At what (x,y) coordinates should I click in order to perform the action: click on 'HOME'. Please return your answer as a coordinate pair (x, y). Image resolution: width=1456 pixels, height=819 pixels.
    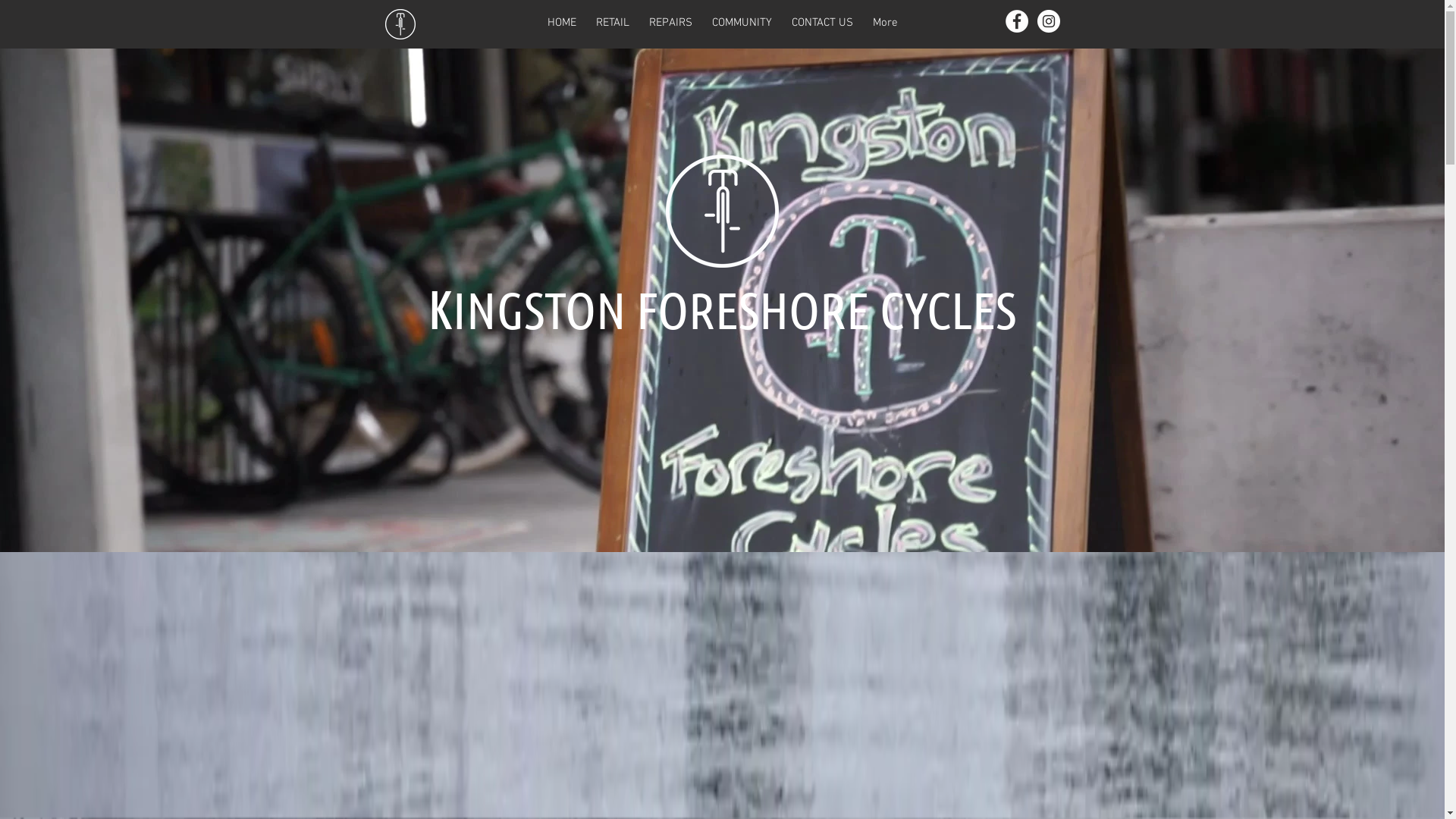
    Looking at the image, I should click on (560, 24).